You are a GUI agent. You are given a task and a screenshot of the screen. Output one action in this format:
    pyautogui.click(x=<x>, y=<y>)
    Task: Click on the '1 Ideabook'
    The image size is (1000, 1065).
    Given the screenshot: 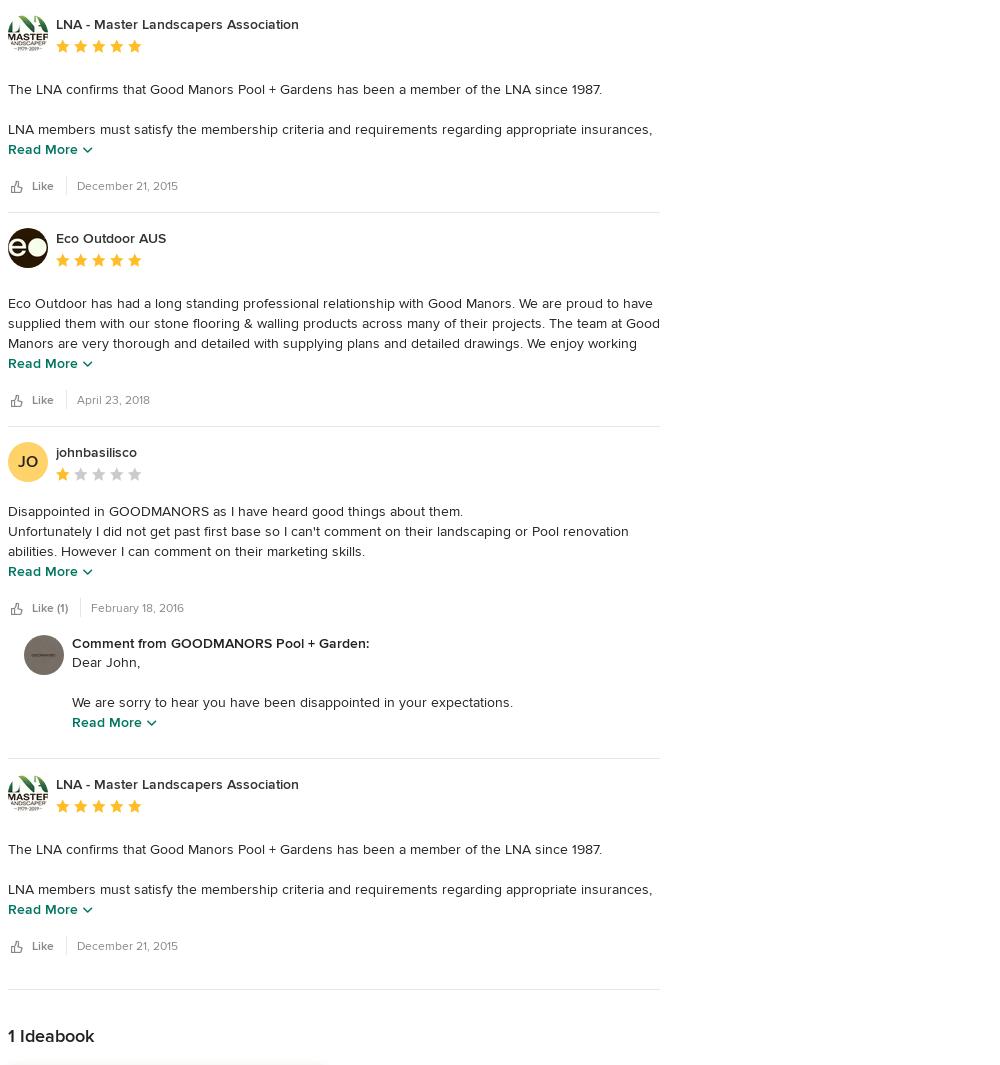 What is the action you would take?
    pyautogui.click(x=51, y=1036)
    